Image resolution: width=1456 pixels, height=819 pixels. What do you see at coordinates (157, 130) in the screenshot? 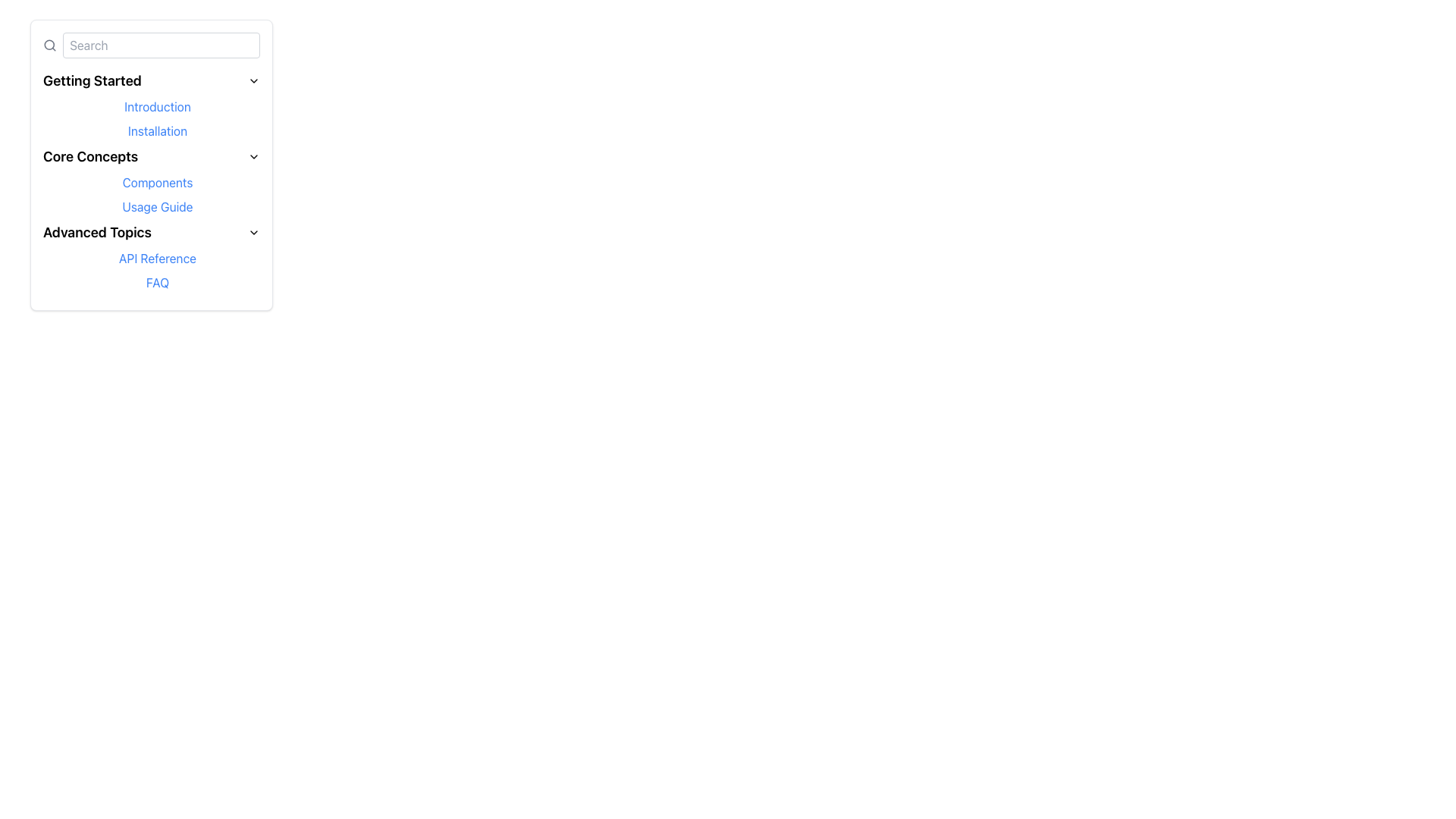
I see `the prominent blue text link labeled 'Installation' located in the 'Getting Started' section of the navigation menu` at bounding box center [157, 130].